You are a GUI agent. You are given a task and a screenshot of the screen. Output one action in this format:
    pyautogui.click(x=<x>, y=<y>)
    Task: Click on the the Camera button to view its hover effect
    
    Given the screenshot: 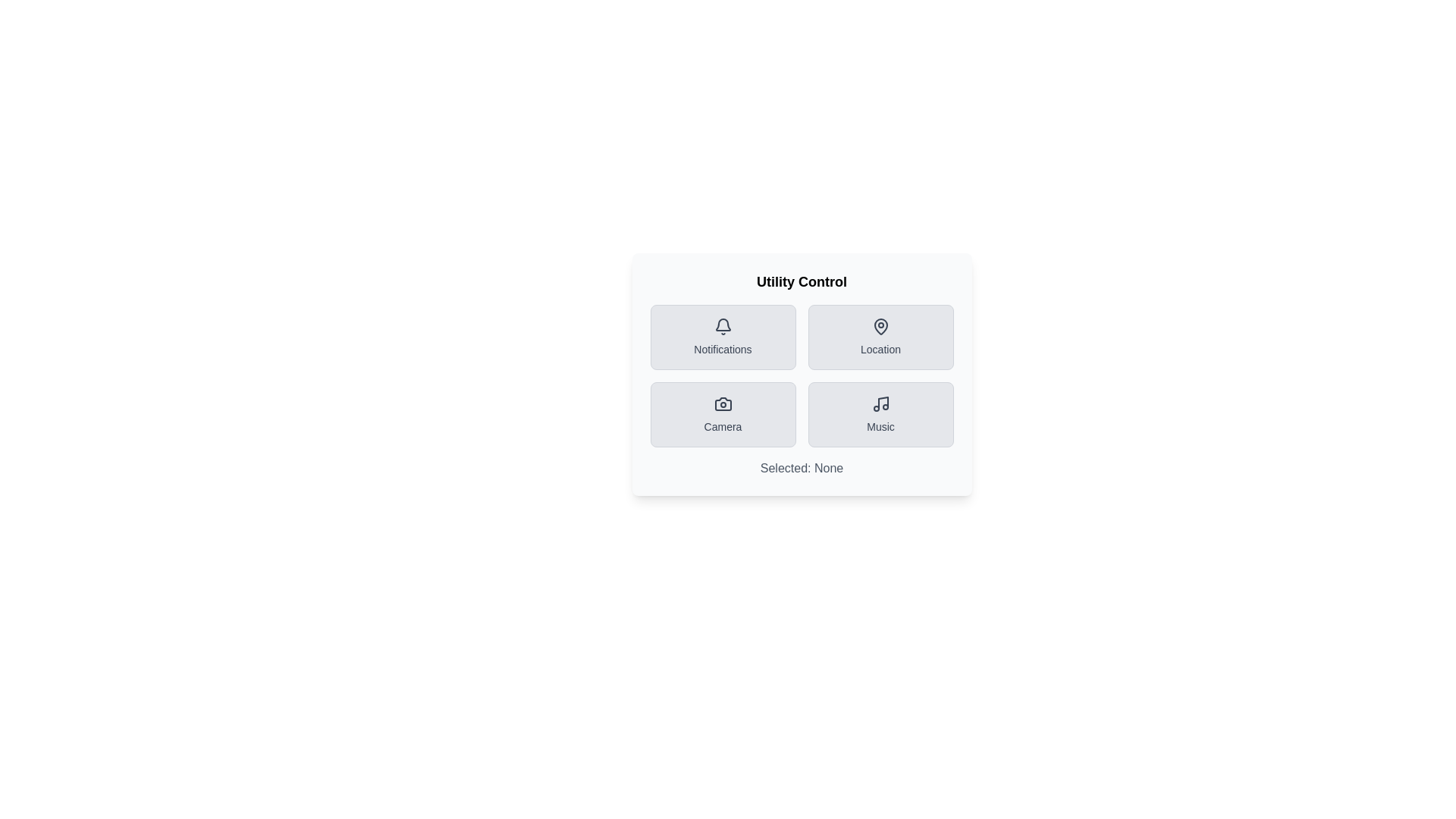 What is the action you would take?
    pyautogui.click(x=722, y=415)
    